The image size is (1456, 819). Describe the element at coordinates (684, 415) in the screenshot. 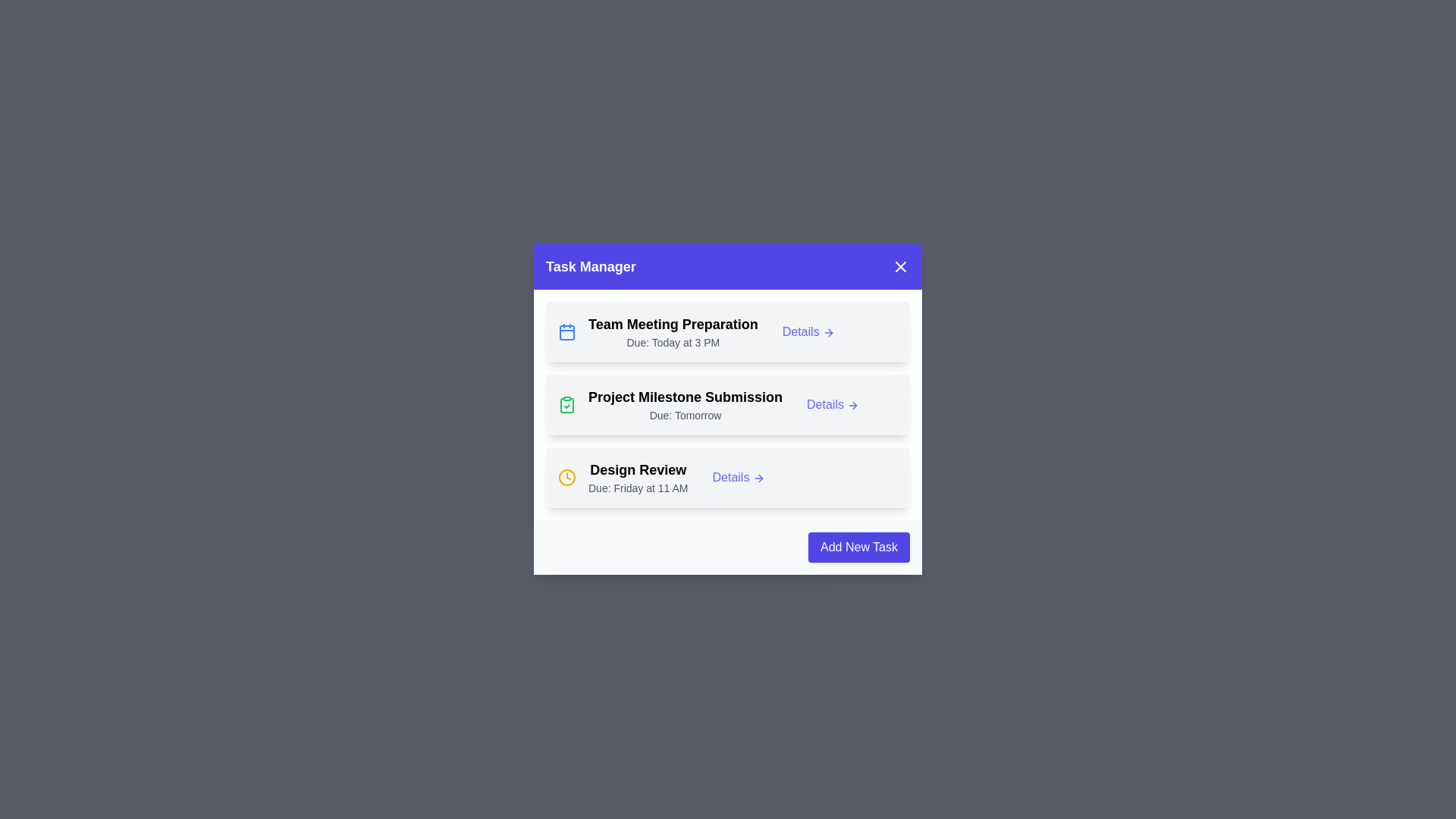

I see `text label that reads 'Due: Tomorrow', which is located below the title 'Project Milestone Submission' in the second card under 'Task Manager'` at that location.